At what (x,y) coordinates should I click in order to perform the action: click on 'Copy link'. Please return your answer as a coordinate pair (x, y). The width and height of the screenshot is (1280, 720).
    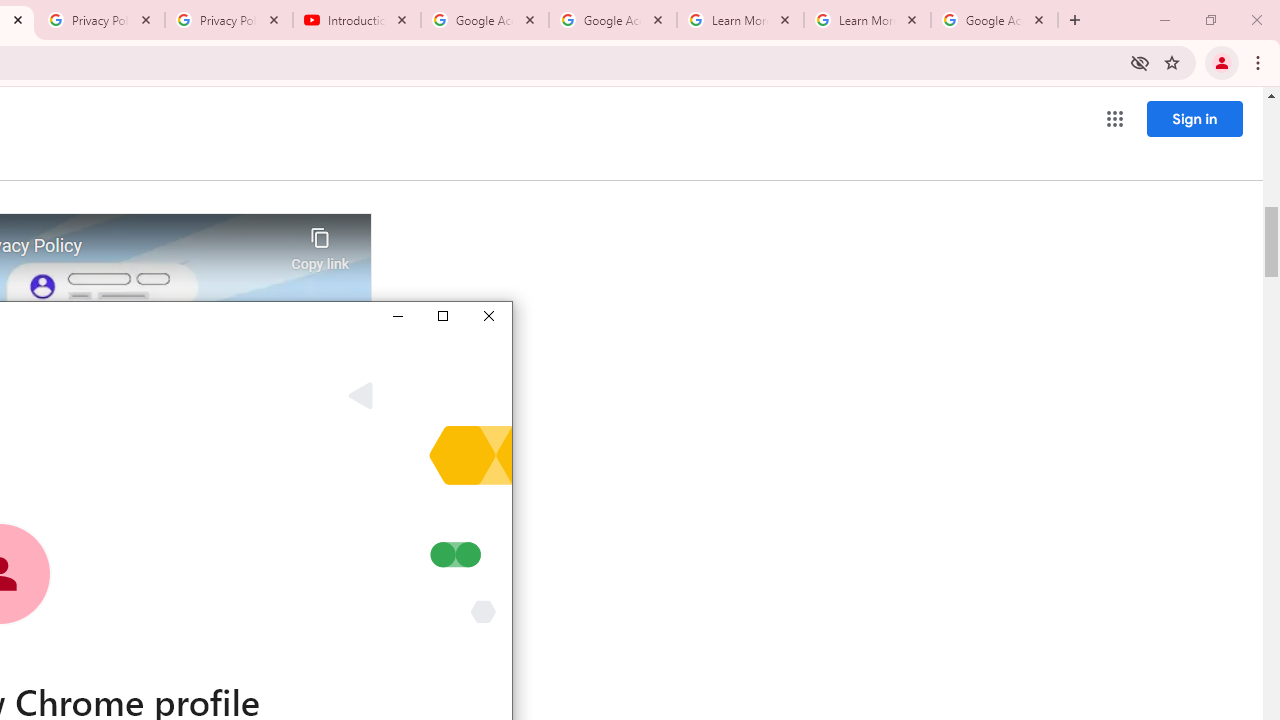
    Looking at the image, I should click on (320, 243).